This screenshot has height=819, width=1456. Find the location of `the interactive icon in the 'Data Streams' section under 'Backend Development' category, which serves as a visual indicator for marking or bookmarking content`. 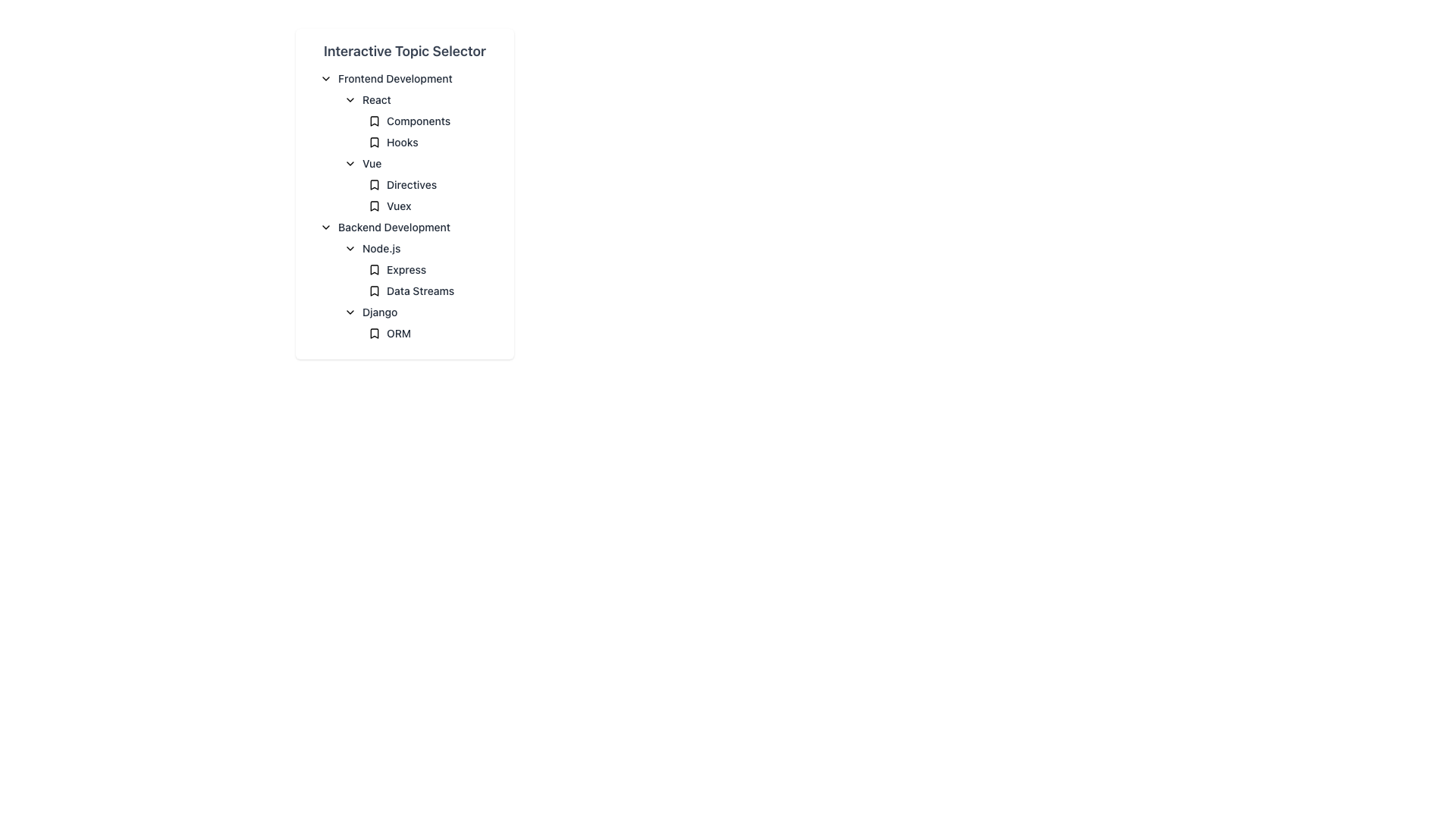

the interactive icon in the 'Data Streams' section under 'Backend Development' category, which serves as a visual indicator for marking or bookmarking content is located at coordinates (375, 291).